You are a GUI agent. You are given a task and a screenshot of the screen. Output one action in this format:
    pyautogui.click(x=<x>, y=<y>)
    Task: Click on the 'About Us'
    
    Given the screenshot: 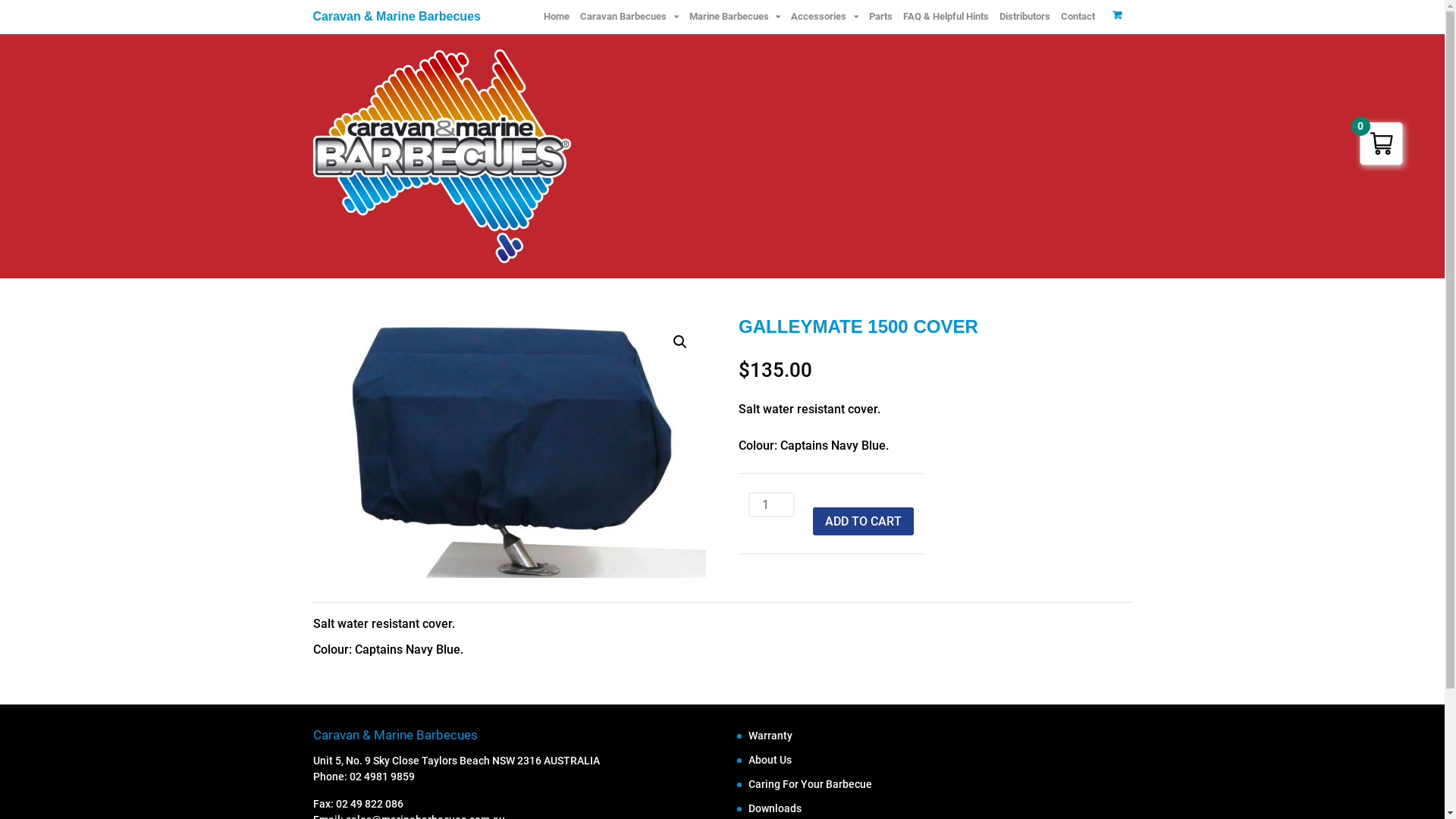 What is the action you would take?
    pyautogui.click(x=748, y=760)
    